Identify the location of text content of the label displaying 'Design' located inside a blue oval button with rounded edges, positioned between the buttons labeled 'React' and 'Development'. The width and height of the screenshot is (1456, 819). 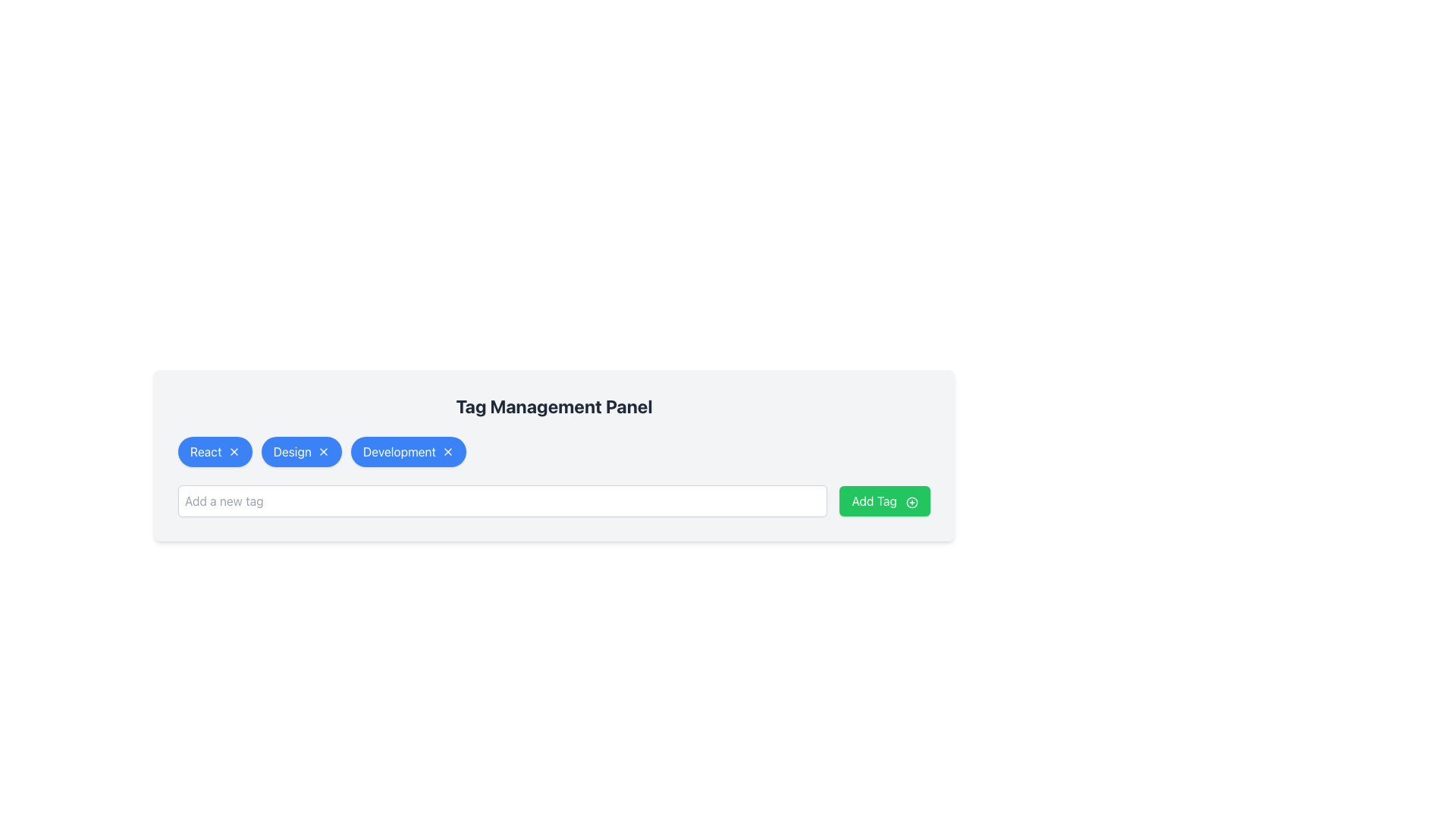
(292, 451).